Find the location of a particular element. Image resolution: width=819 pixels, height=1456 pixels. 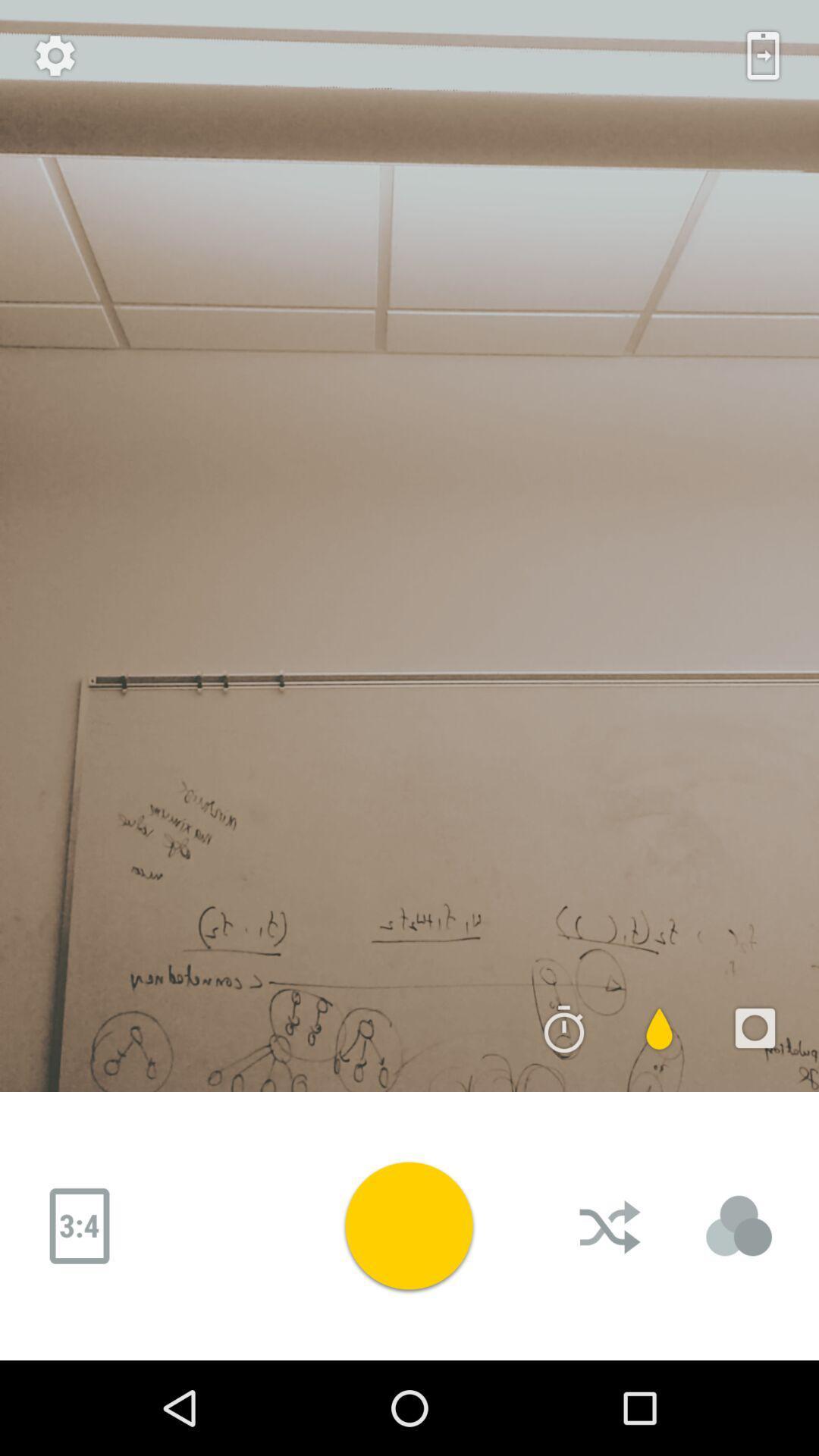

change screen resolution is located at coordinates (79, 1226).